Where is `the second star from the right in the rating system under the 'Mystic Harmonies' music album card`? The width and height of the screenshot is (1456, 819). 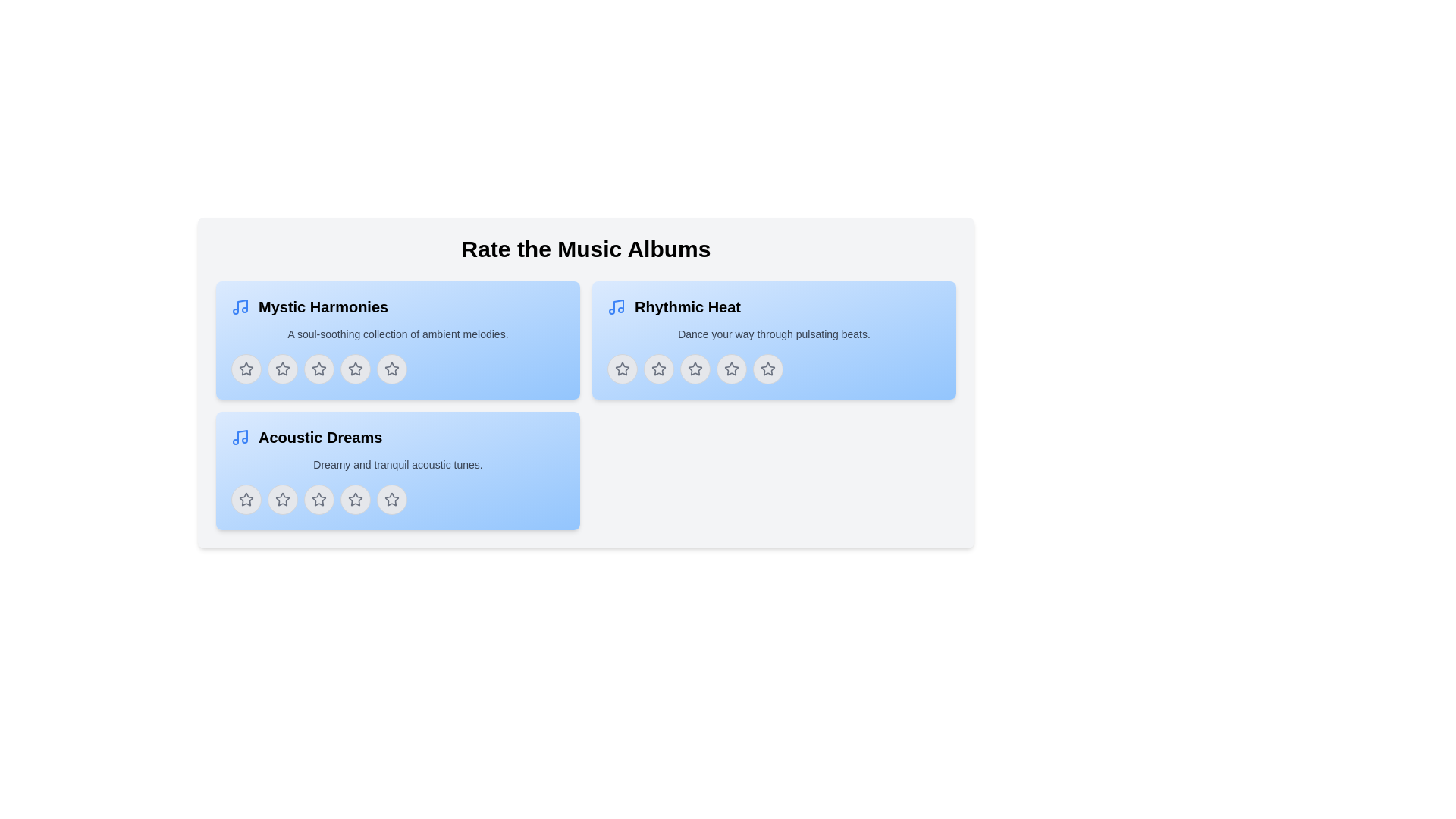
the second star from the right in the rating system under the 'Mystic Harmonies' music album card is located at coordinates (392, 369).